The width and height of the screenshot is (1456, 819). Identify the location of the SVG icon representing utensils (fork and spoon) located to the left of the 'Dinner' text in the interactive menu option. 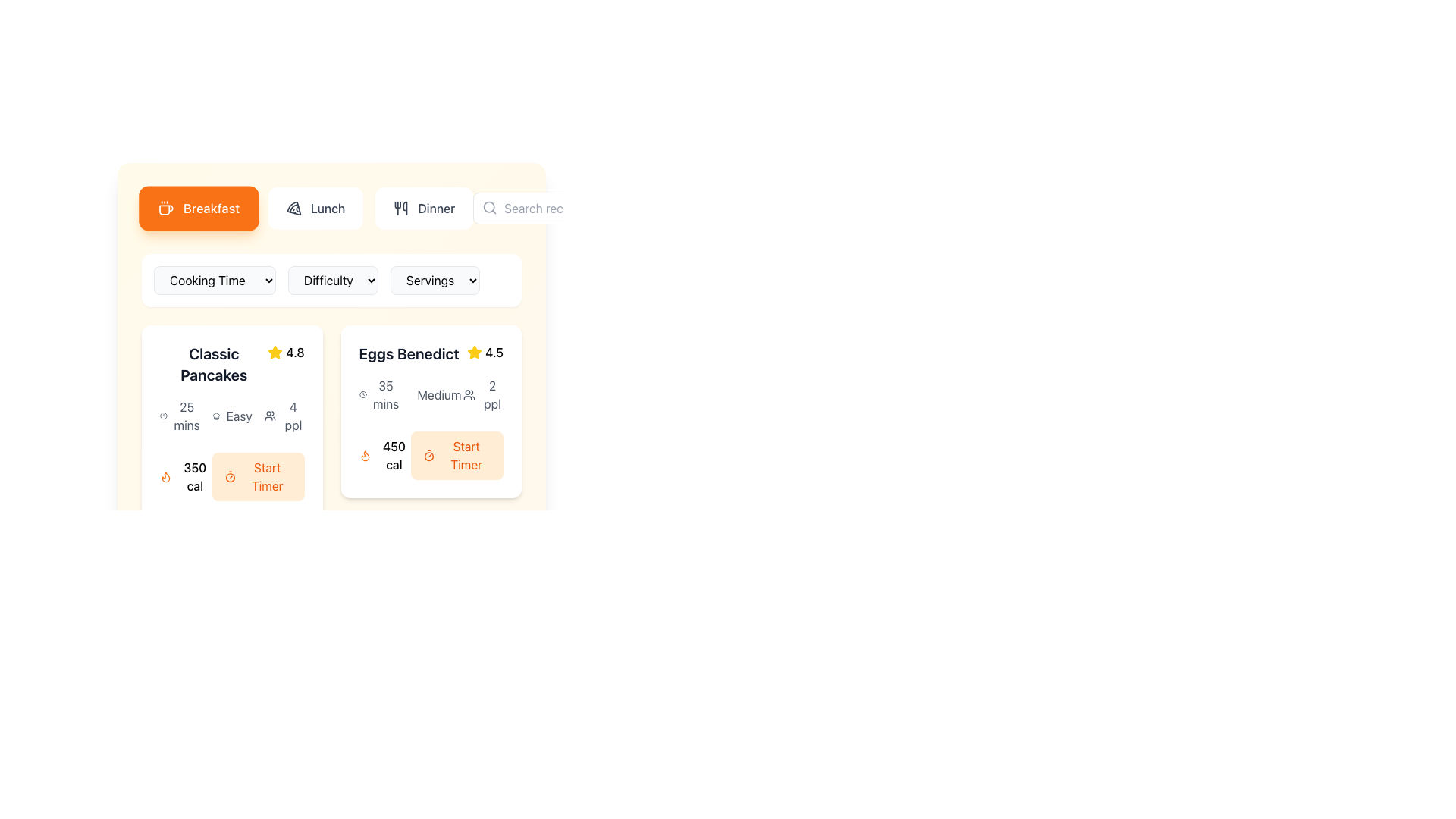
(401, 208).